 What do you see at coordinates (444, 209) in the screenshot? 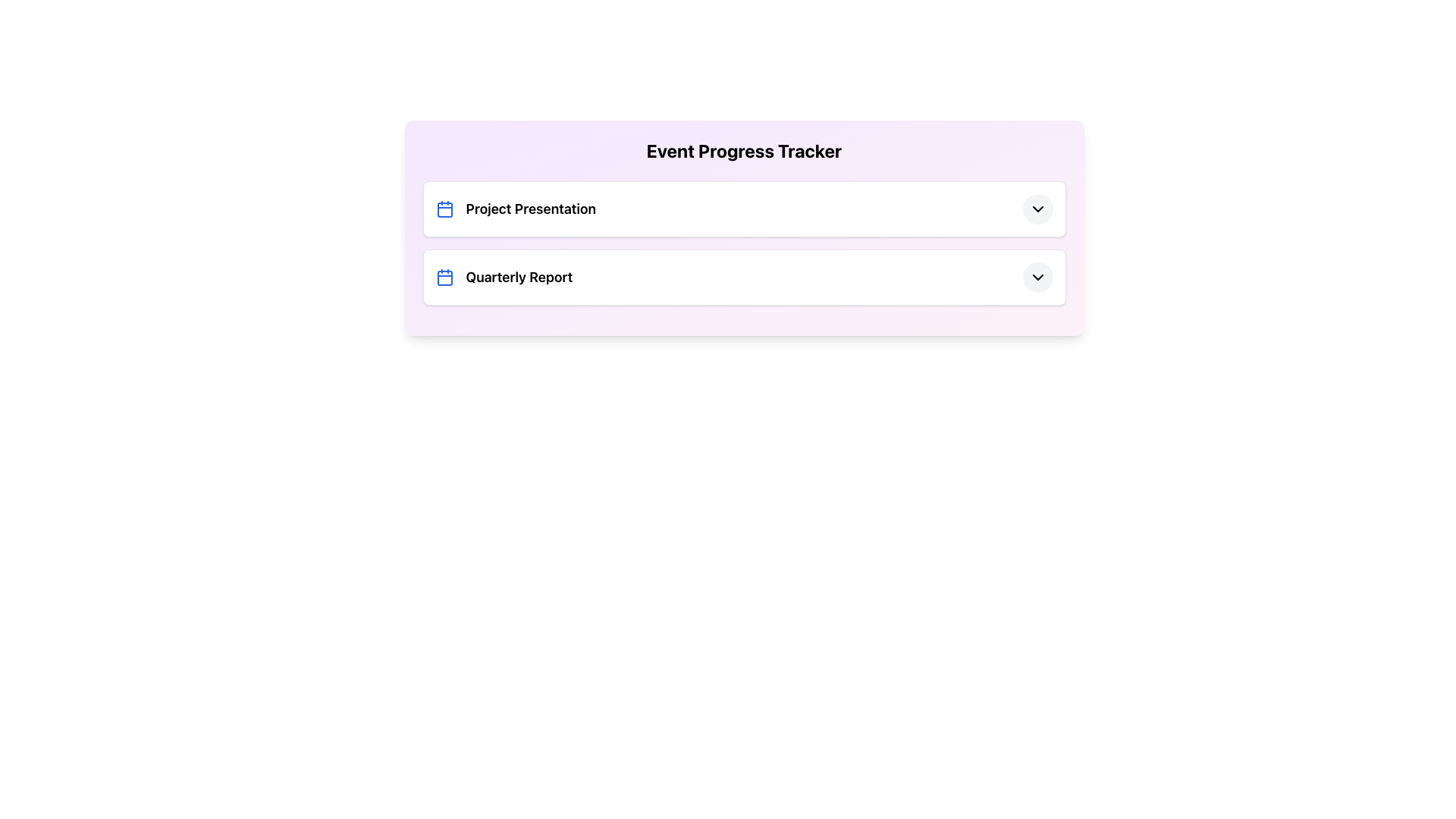
I see `the calendar icon that visually indicates the 'Project Presentation' text, located to the left of it in the first row of the list` at bounding box center [444, 209].